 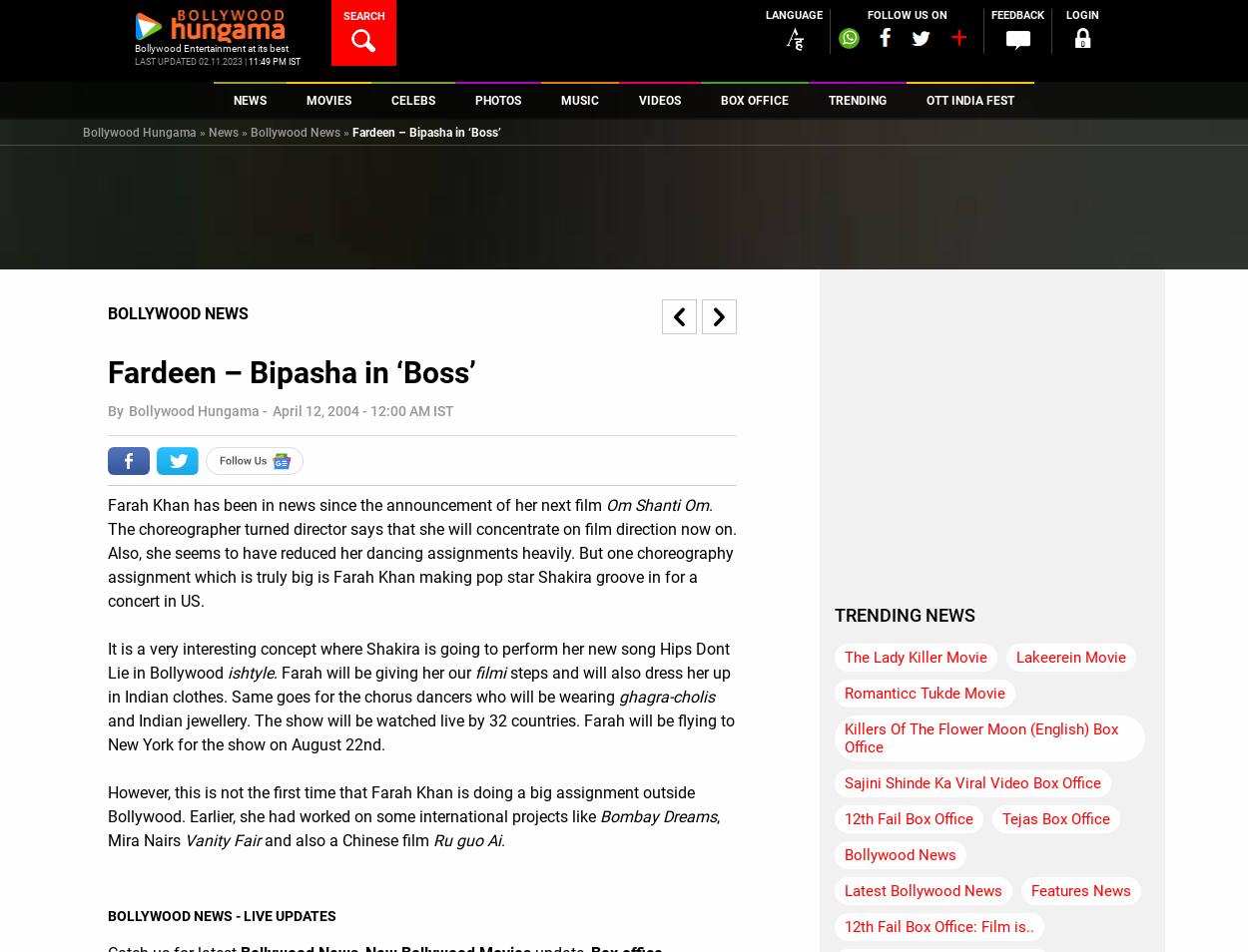 What do you see at coordinates (355, 504) in the screenshot?
I see `'Farah Khan has been in news since the announcement of her next film'` at bounding box center [355, 504].